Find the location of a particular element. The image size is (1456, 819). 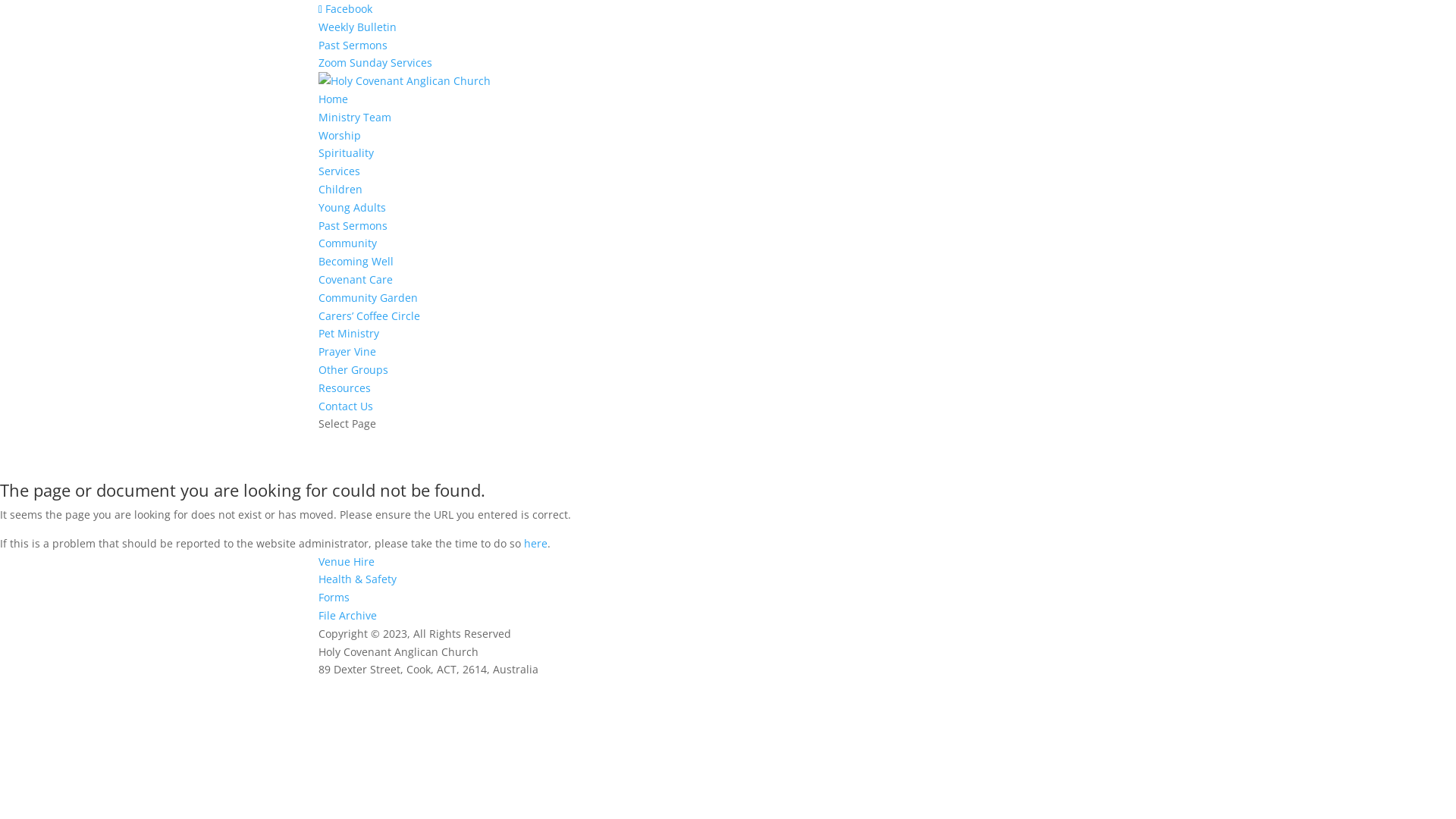

'Ministry Team' is located at coordinates (353, 116).